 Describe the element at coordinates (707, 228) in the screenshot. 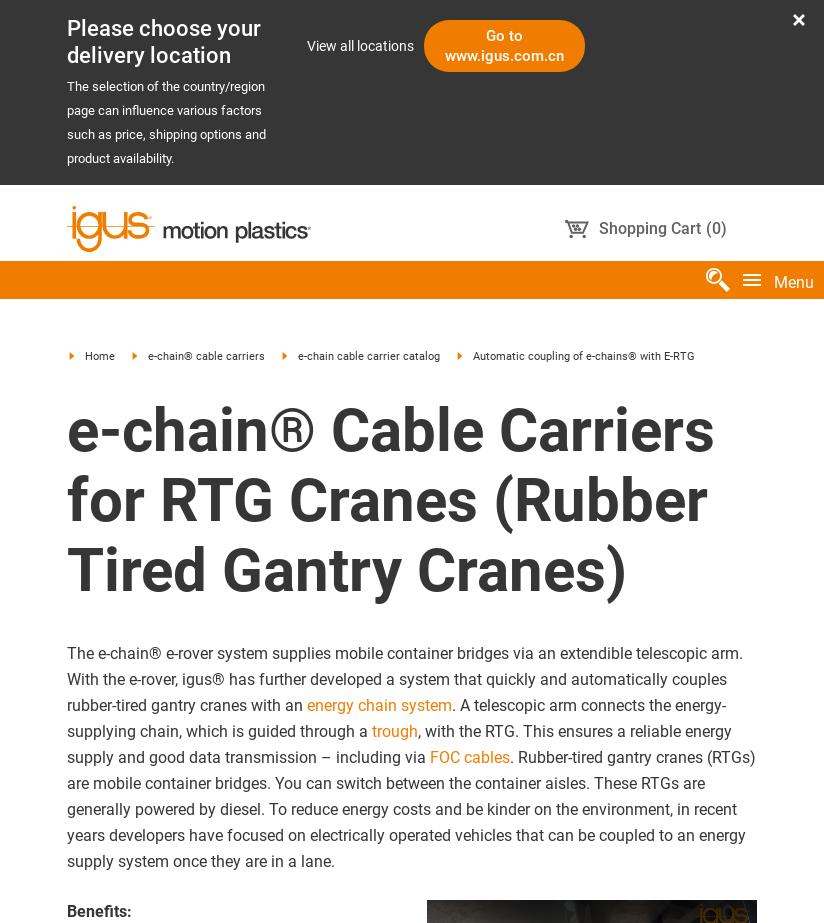

I see `'('` at that location.